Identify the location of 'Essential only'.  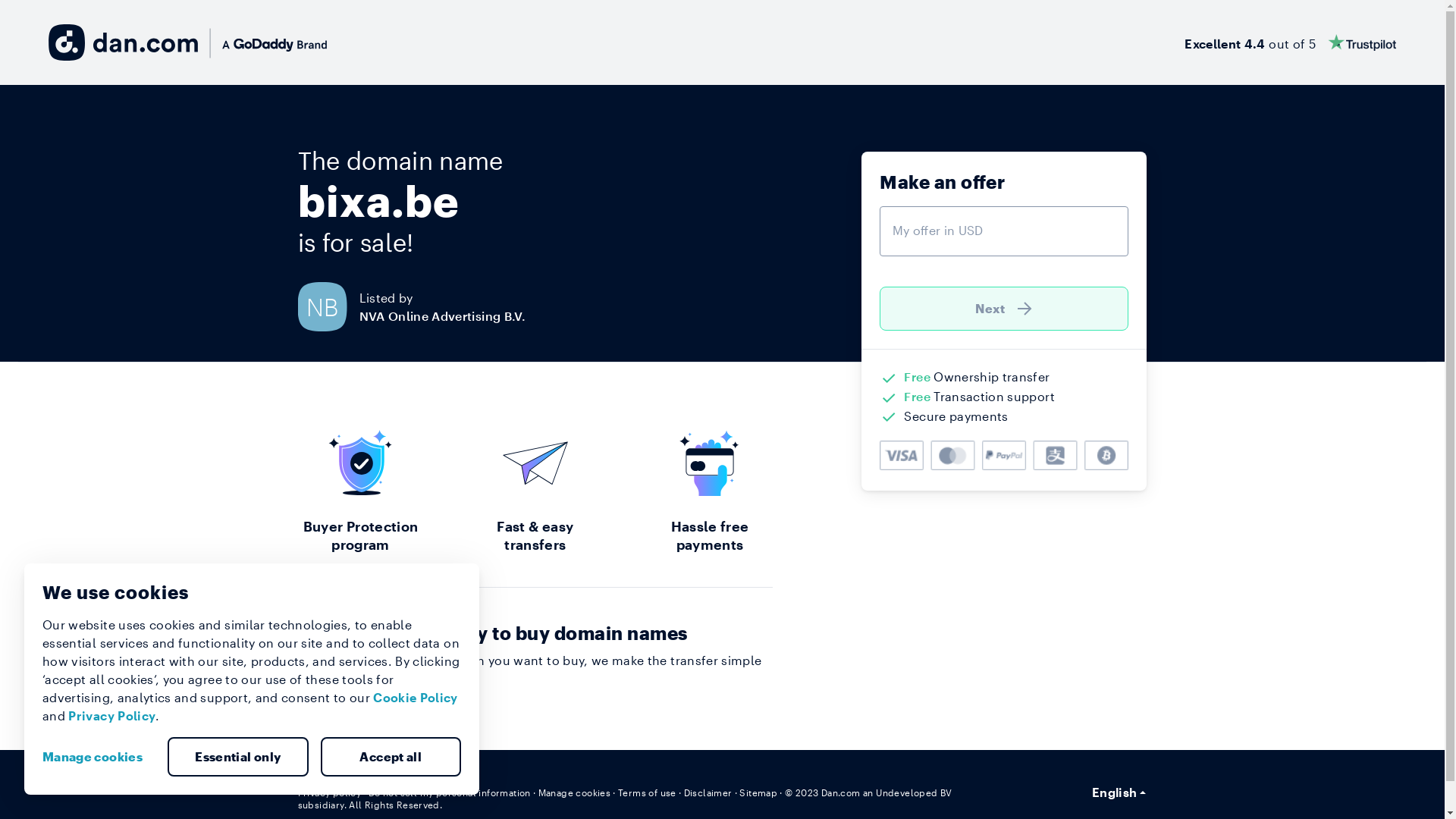
(237, 757).